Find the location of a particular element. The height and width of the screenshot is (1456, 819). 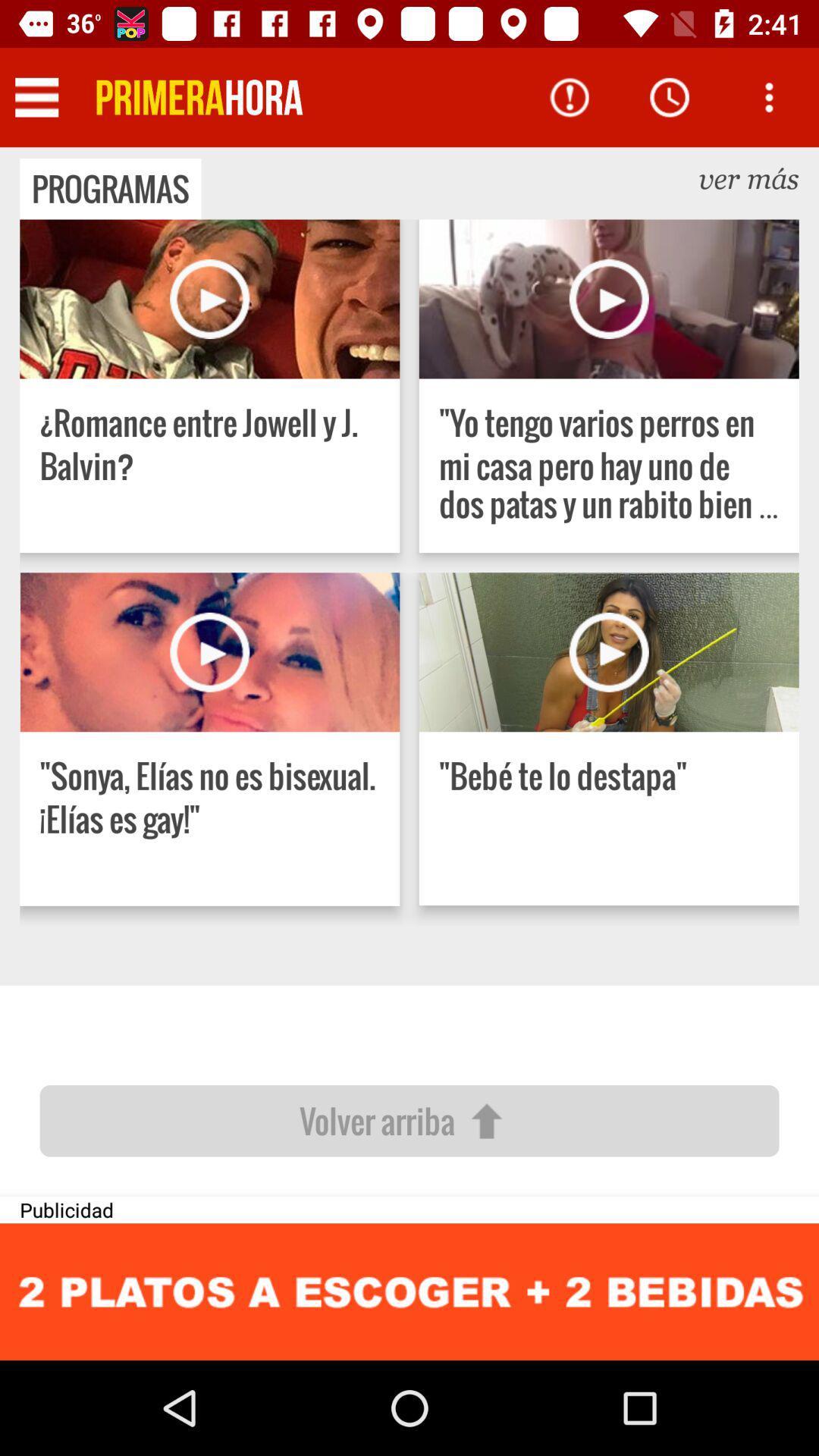

click for list view is located at coordinates (36, 96).